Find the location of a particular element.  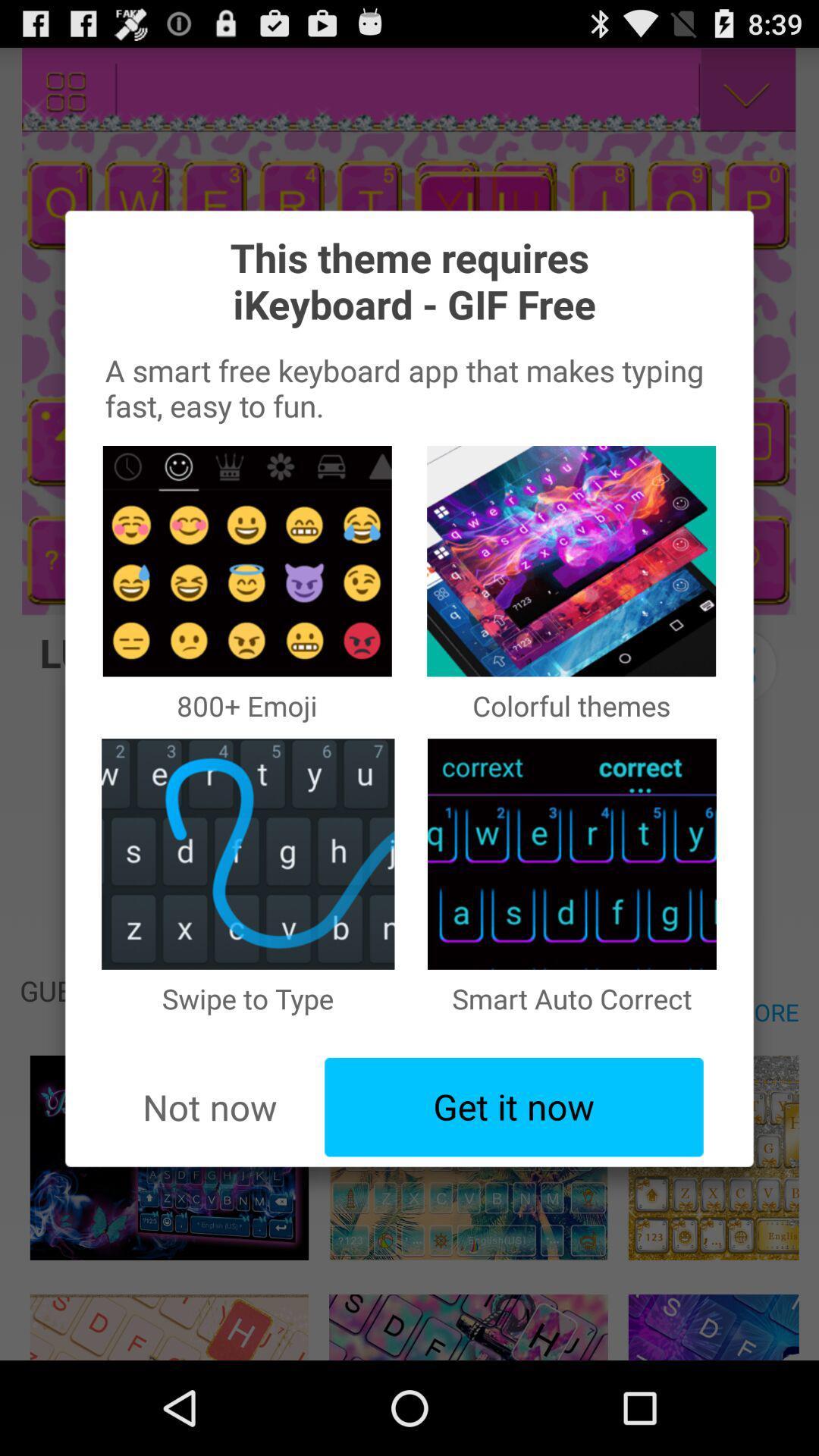

the not now button is located at coordinates (209, 1107).